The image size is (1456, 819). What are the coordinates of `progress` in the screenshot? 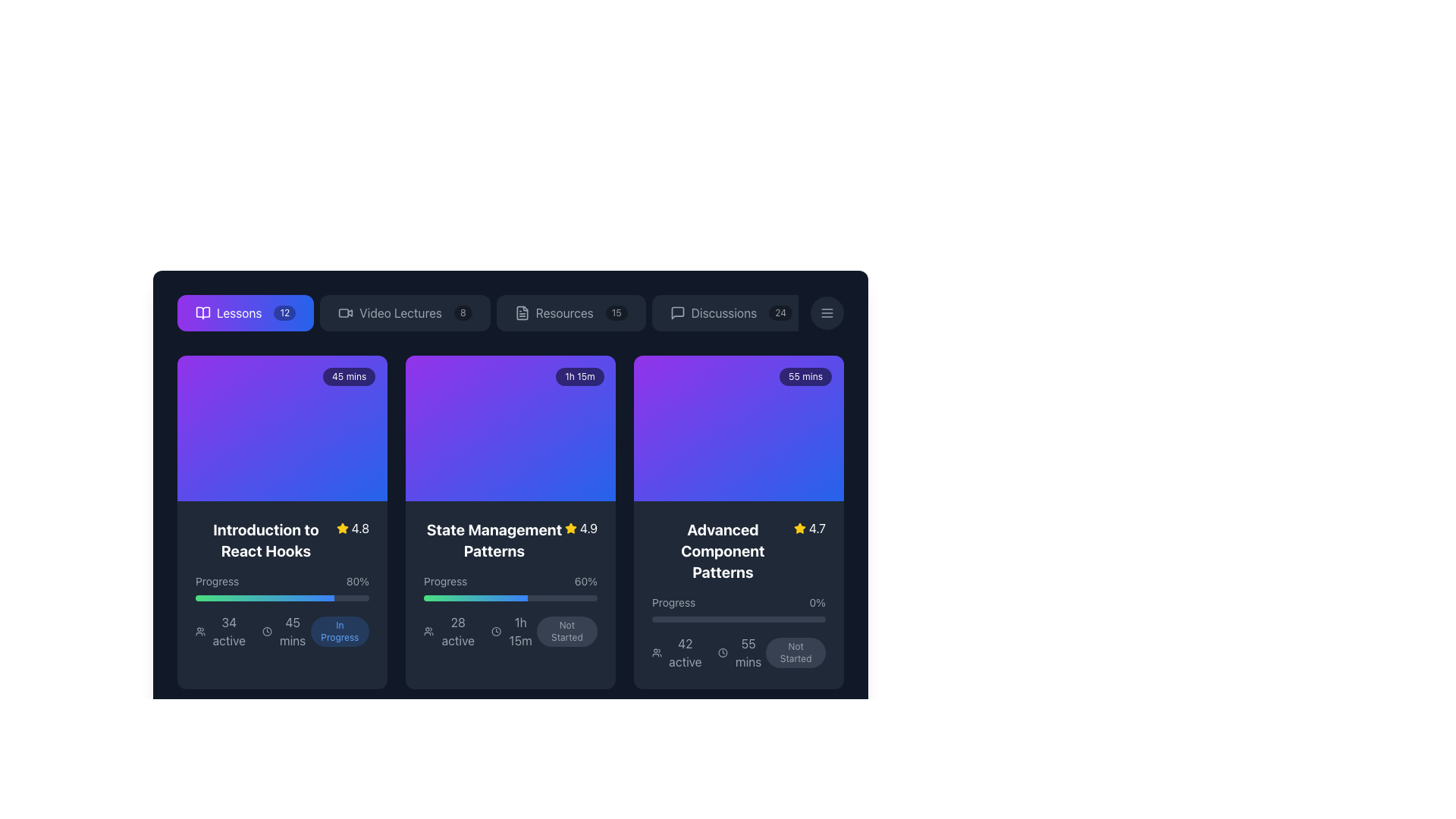 It's located at (255, 598).